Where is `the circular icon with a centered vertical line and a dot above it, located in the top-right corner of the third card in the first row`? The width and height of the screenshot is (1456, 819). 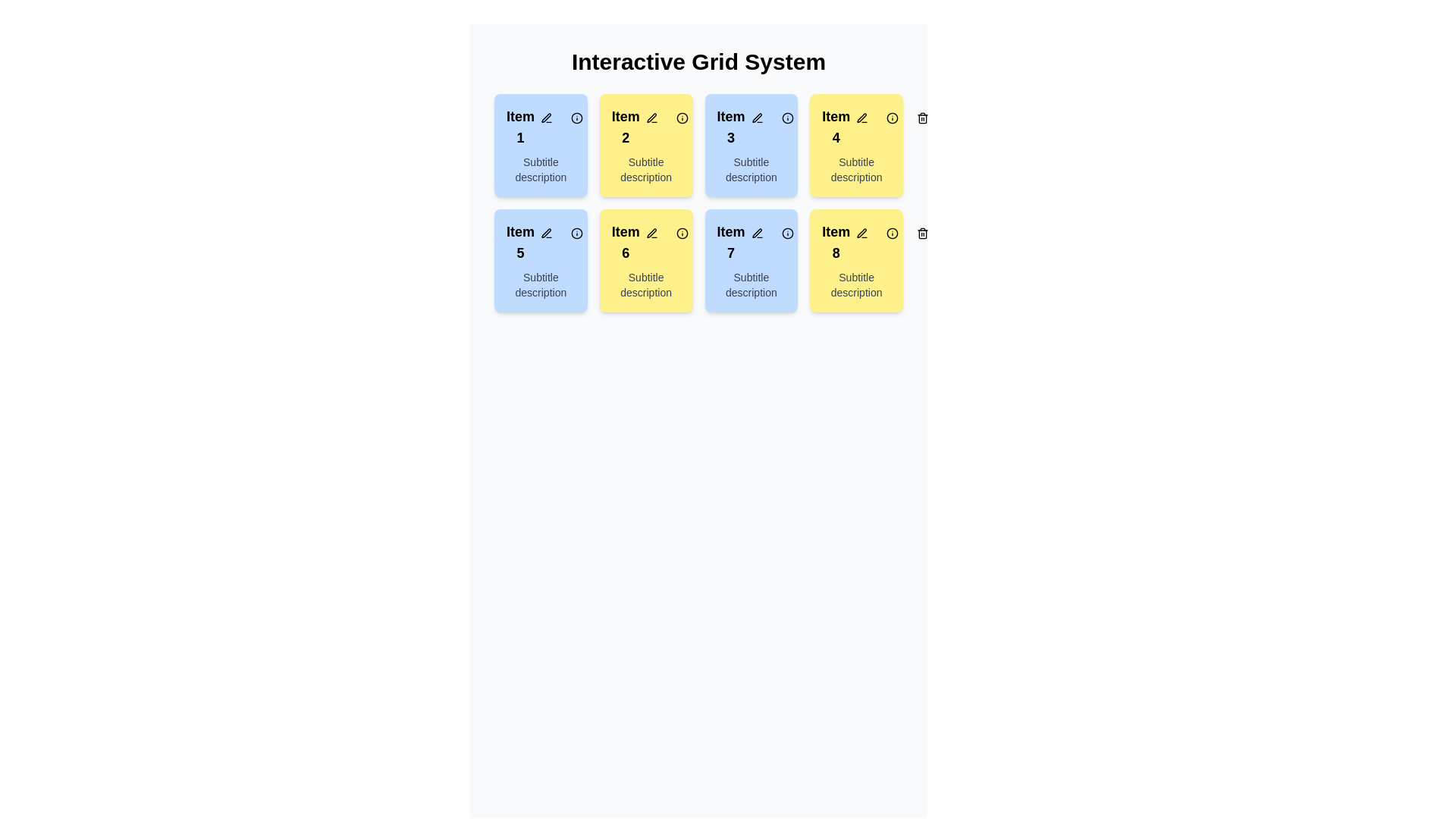 the circular icon with a centered vertical line and a dot above it, located in the top-right corner of the third card in the first row is located at coordinates (787, 117).